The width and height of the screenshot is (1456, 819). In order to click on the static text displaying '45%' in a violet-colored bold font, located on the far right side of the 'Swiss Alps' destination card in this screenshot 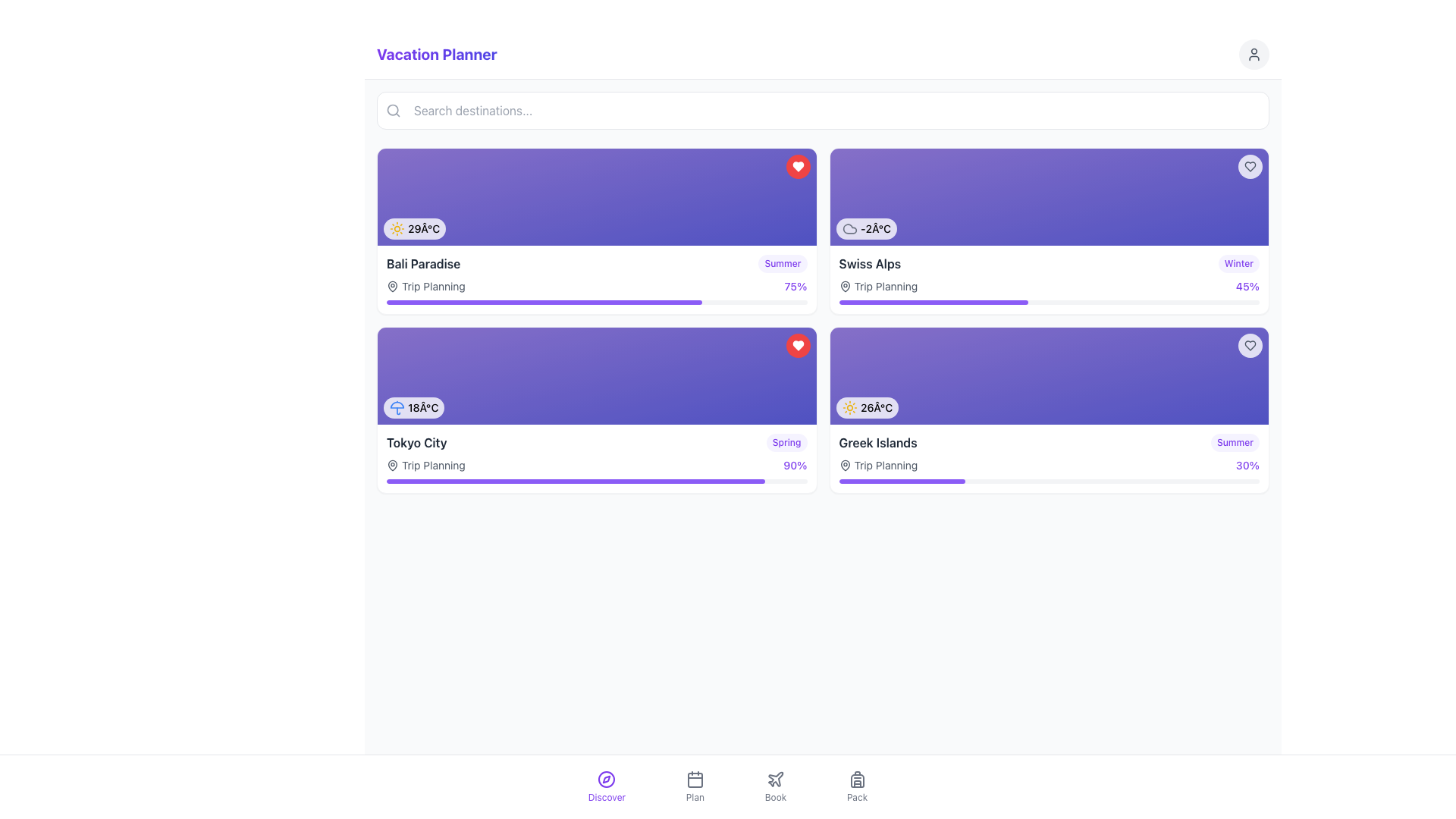, I will do `click(1247, 287)`.